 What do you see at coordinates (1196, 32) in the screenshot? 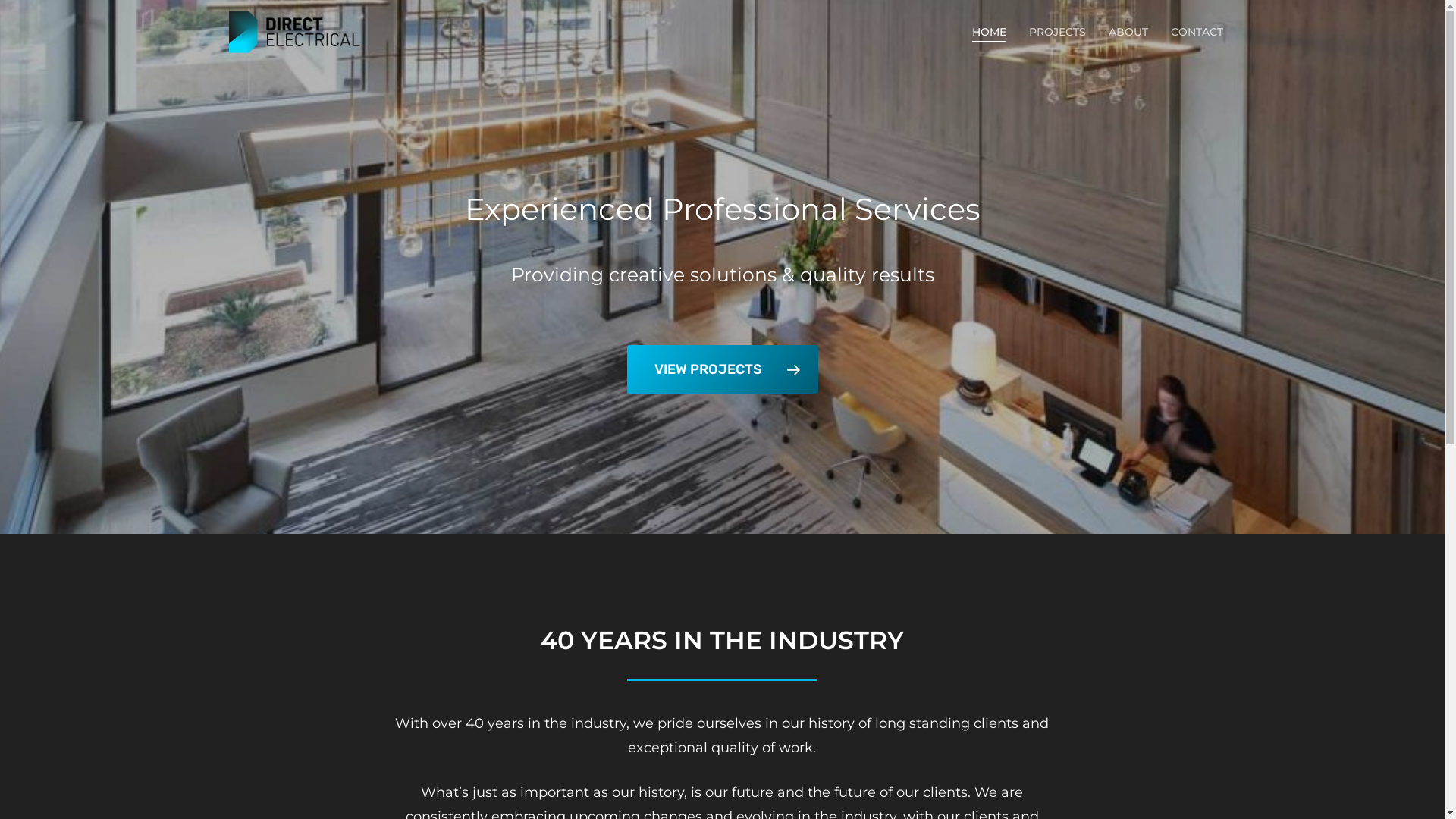
I see `'CONTACT'` at bounding box center [1196, 32].